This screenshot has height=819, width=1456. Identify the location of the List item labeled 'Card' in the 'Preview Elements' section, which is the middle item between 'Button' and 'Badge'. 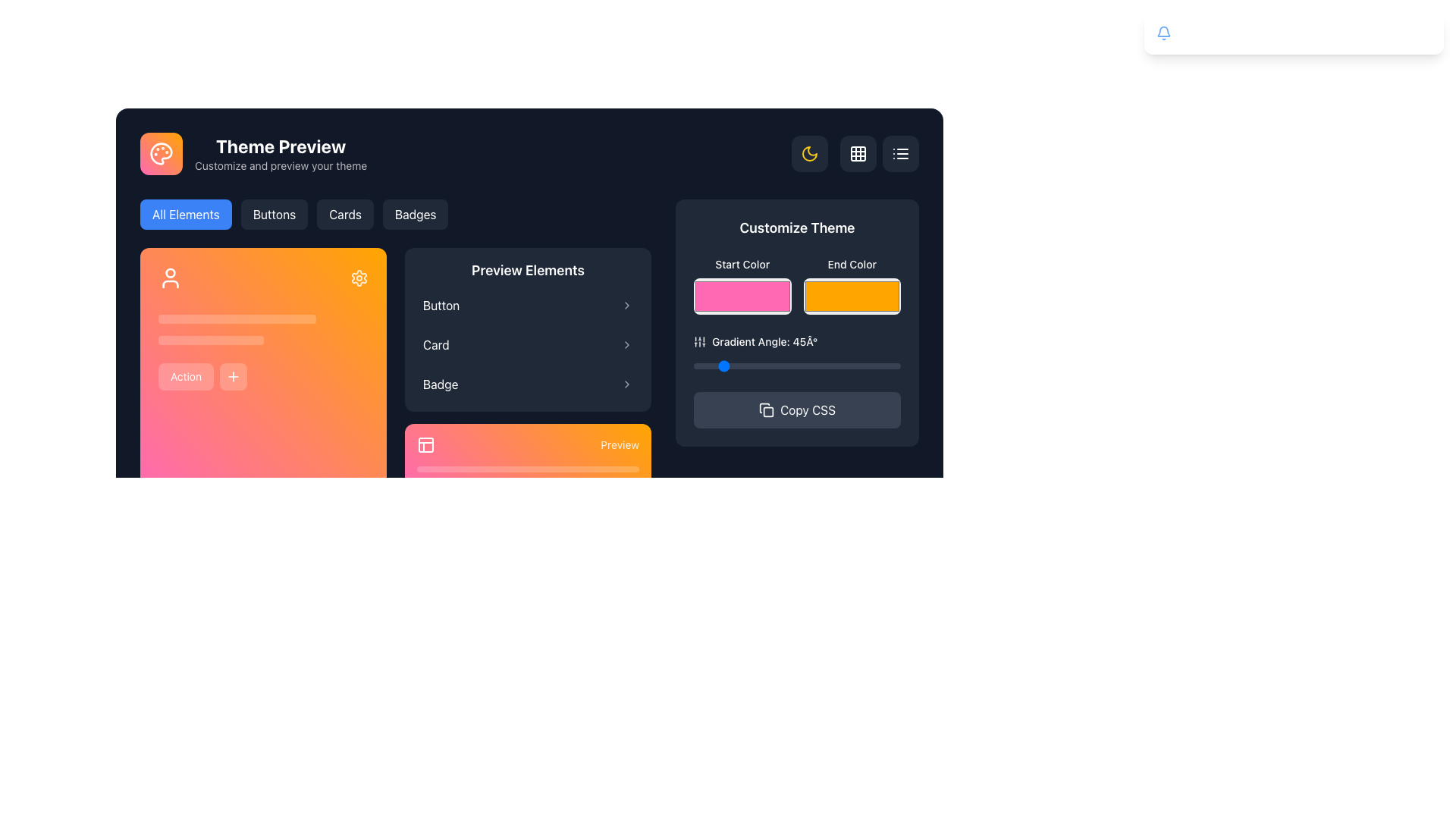
(528, 345).